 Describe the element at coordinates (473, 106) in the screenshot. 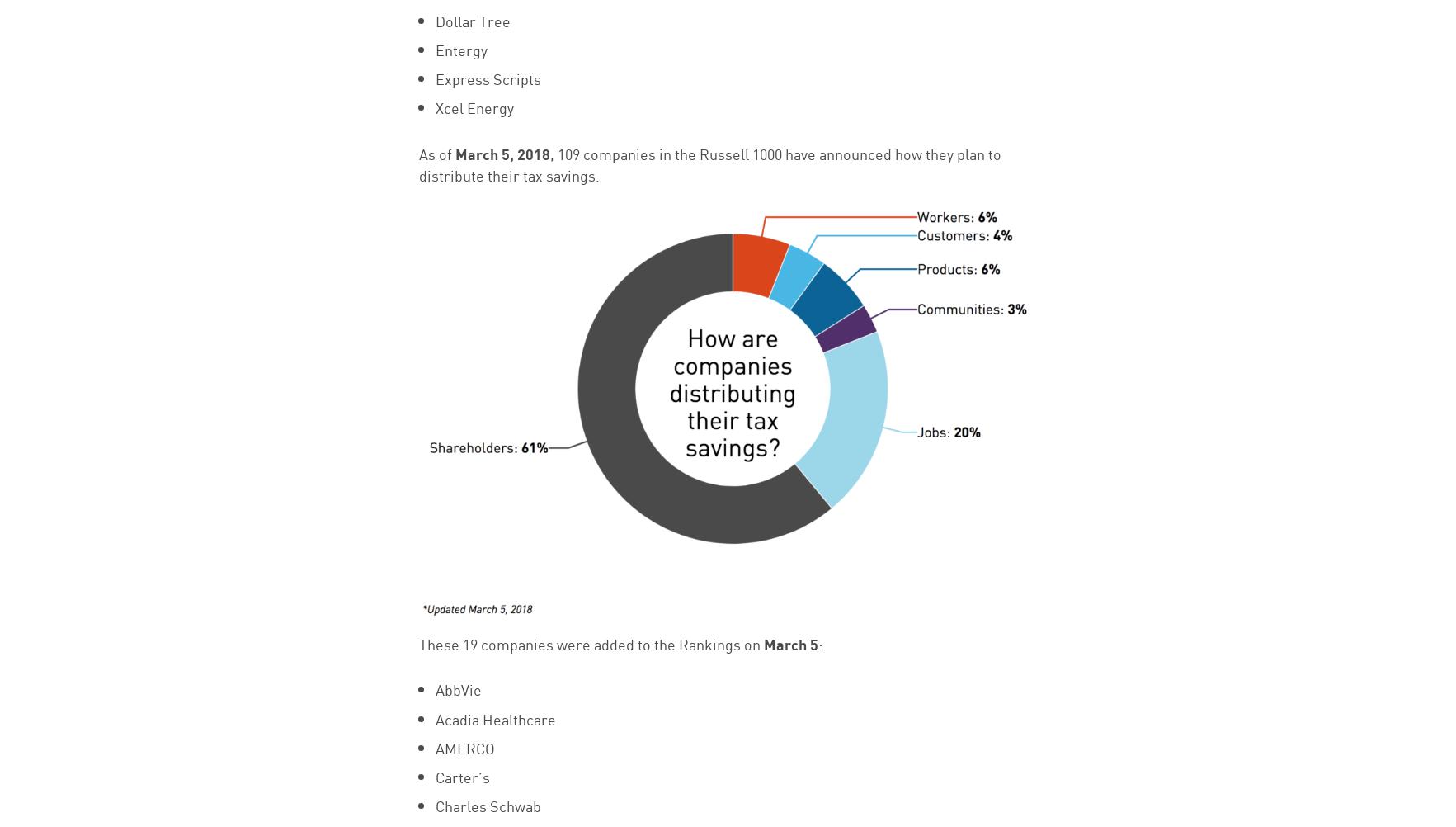

I see `'Xcel Energy'` at that location.